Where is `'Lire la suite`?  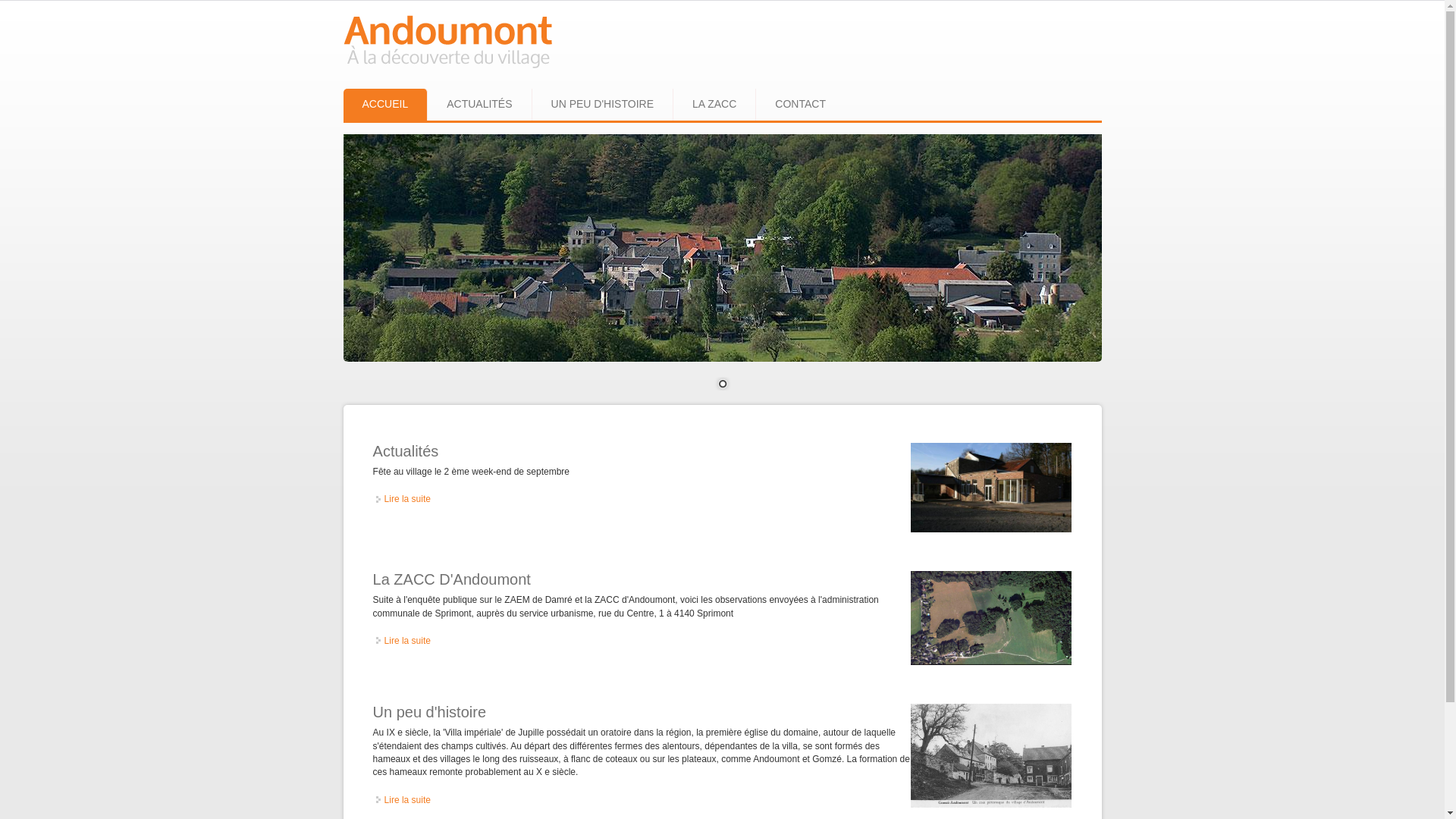 'Lire la suite is located at coordinates (407, 799).